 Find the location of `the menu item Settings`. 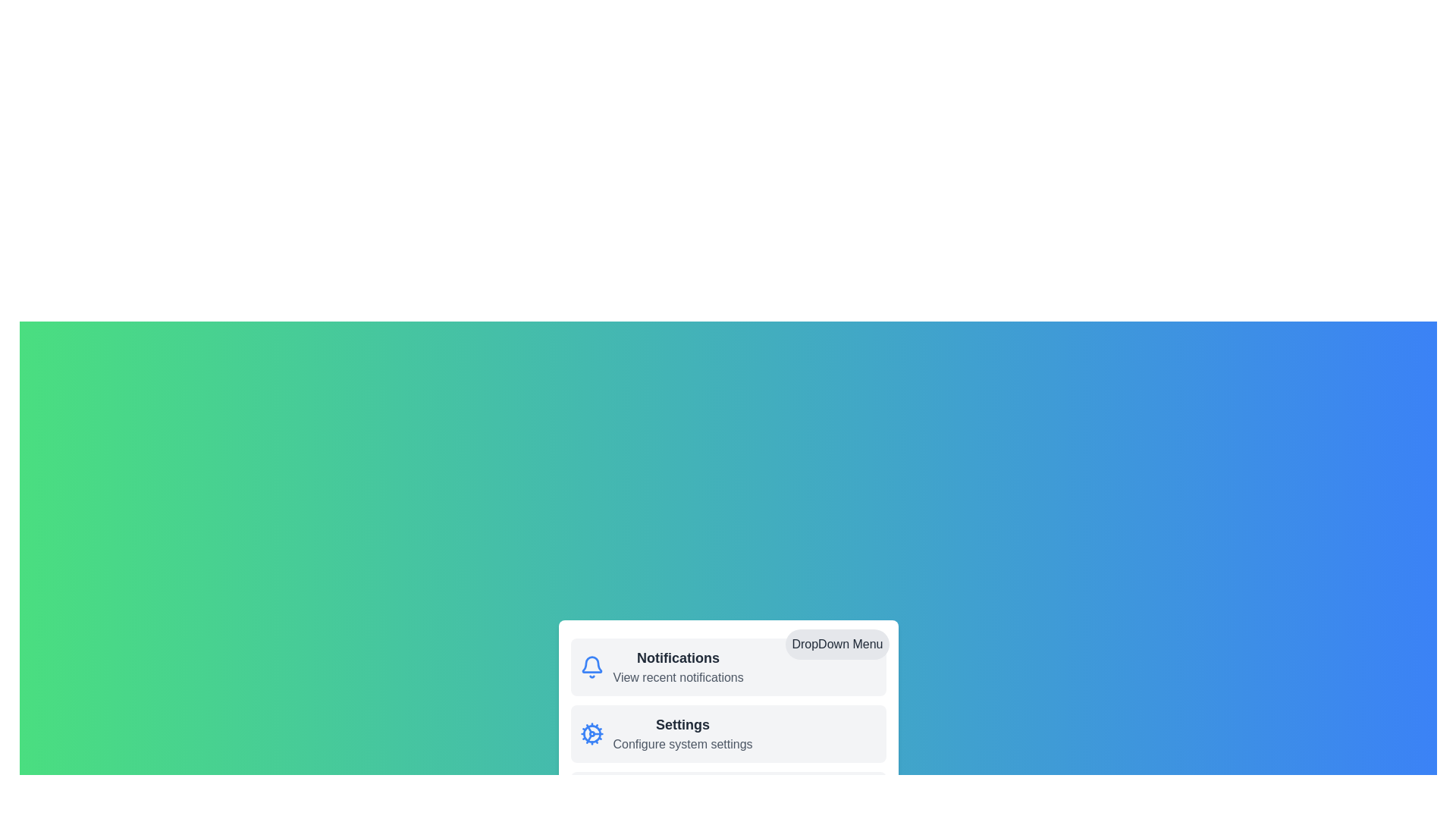

the menu item Settings is located at coordinates (591, 733).